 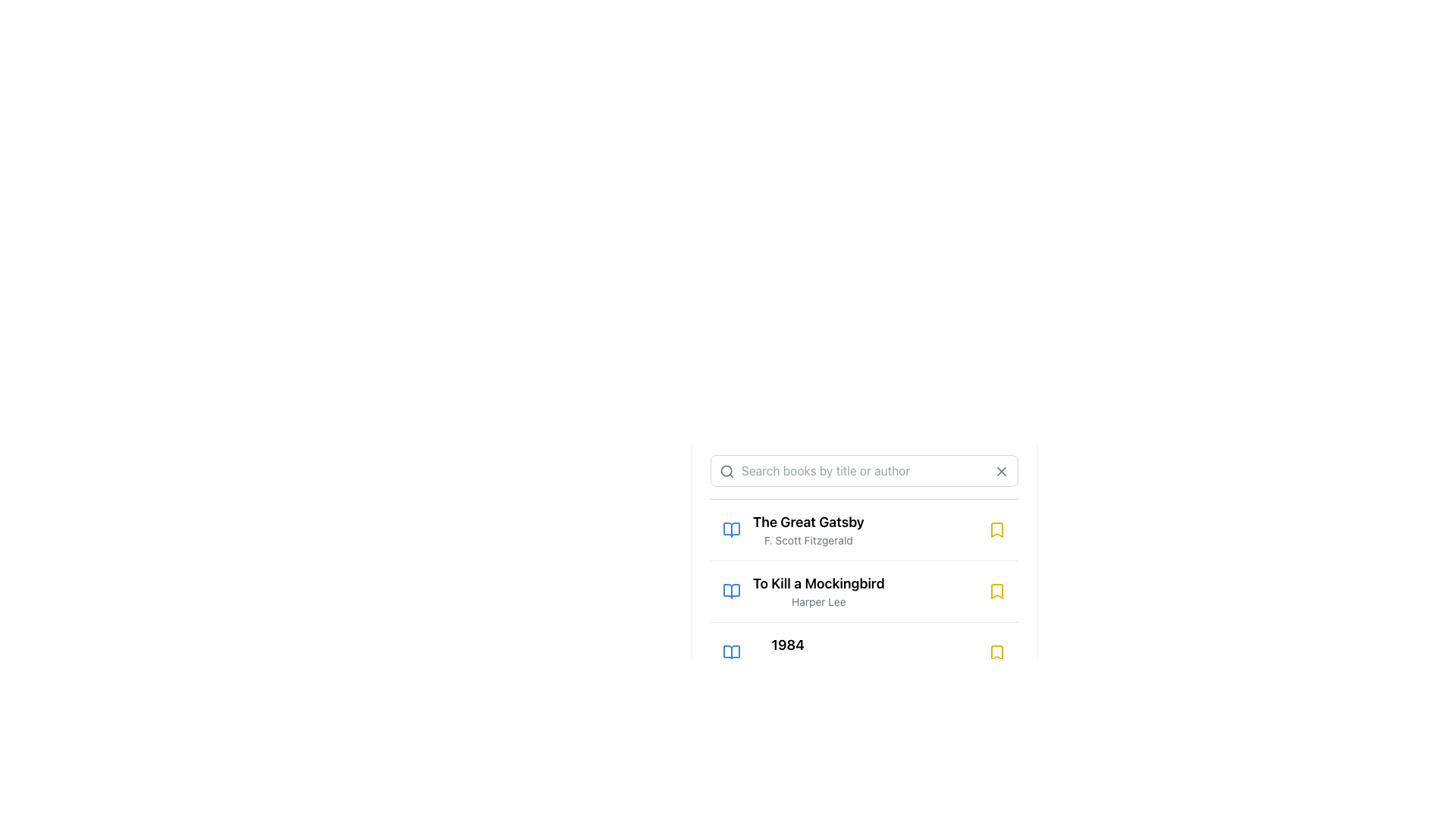 What do you see at coordinates (731, 651) in the screenshot?
I see `the book icon representing '1984' by George Orwell, which is positioned to the left of the title in the book listing` at bounding box center [731, 651].